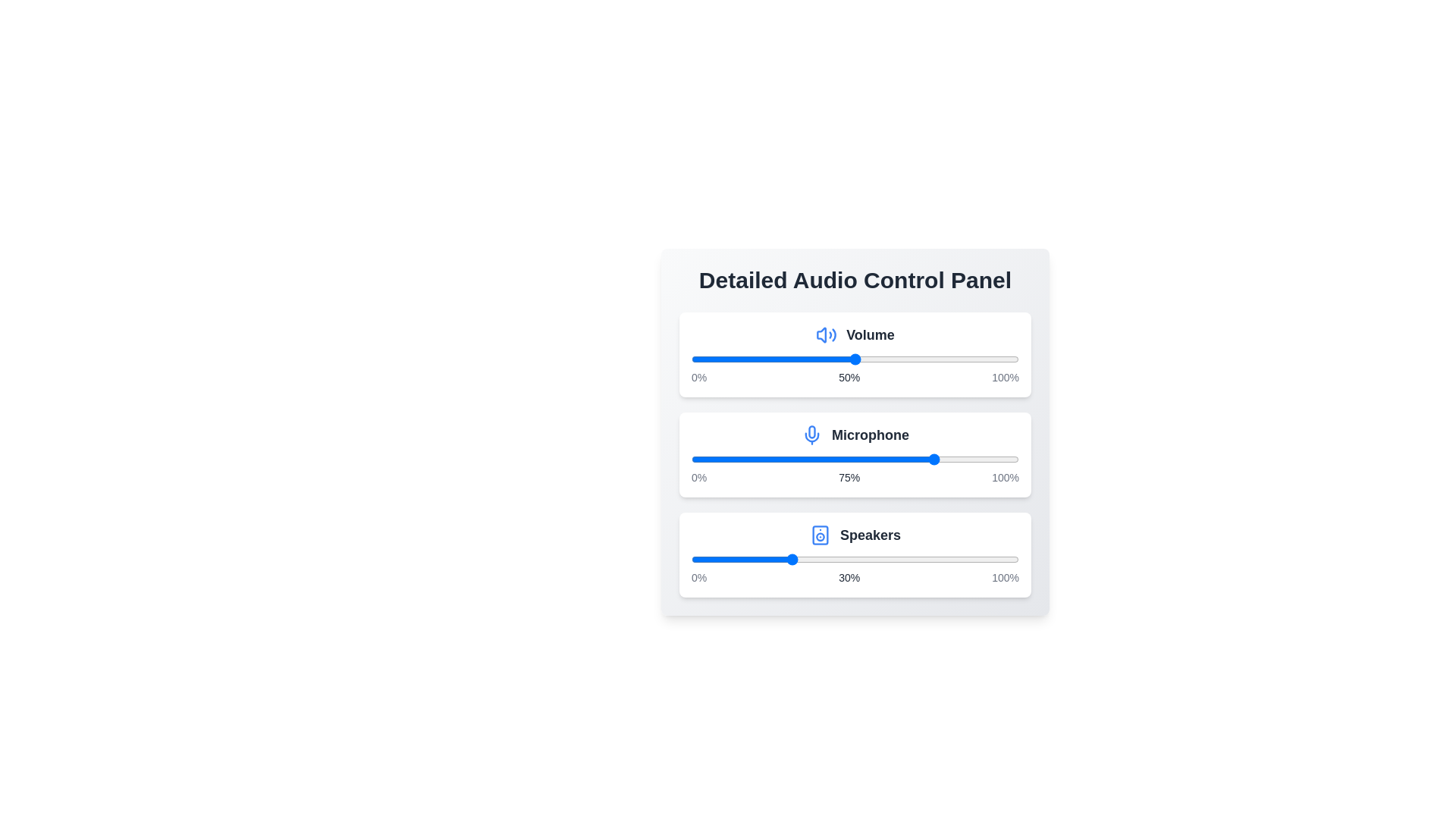 The width and height of the screenshot is (1456, 819). I want to click on the icon for Volume to inspect it, so click(826, 334).